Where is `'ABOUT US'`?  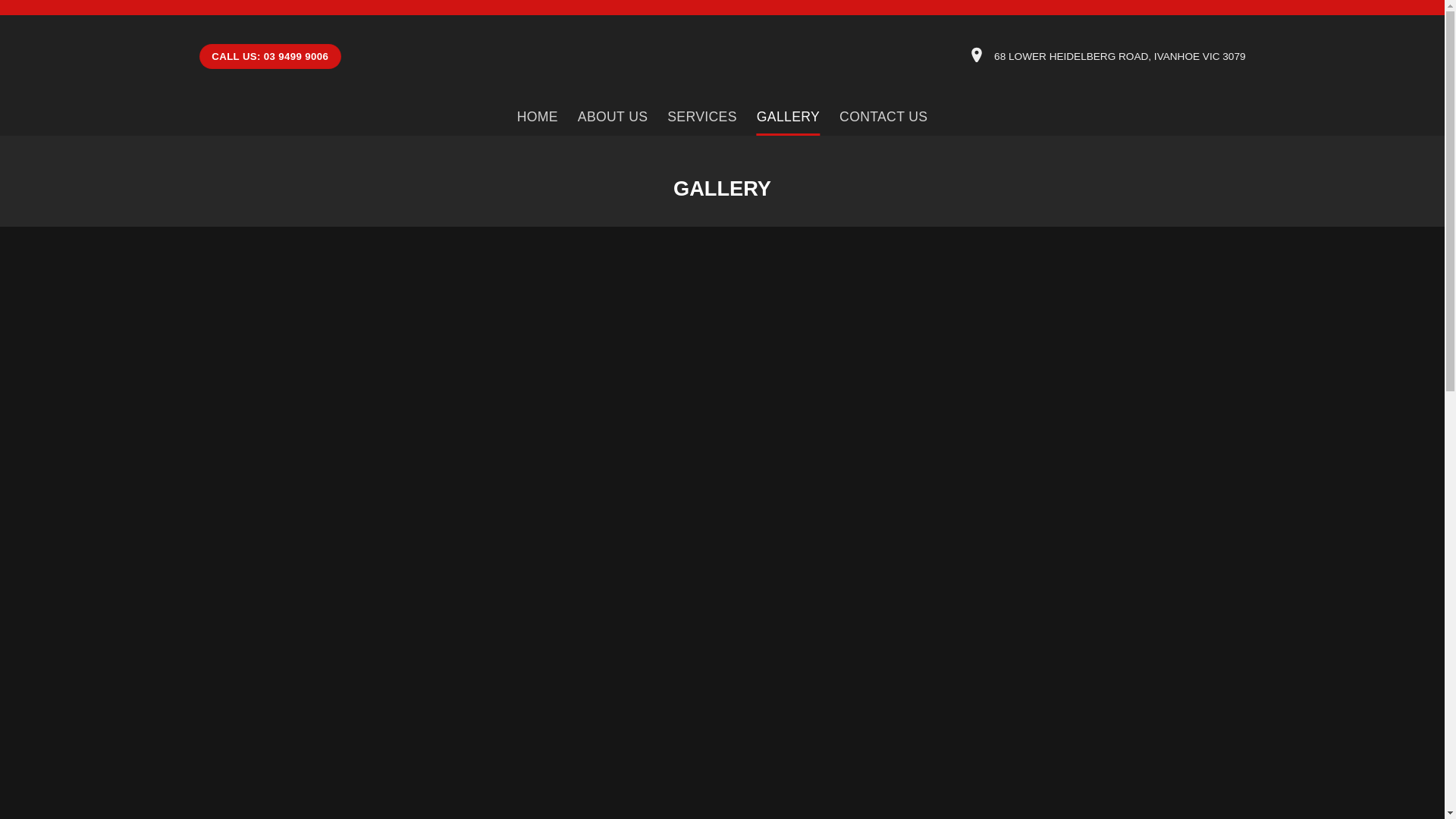 'ABOUT US' is located at coordinates (612, 116).